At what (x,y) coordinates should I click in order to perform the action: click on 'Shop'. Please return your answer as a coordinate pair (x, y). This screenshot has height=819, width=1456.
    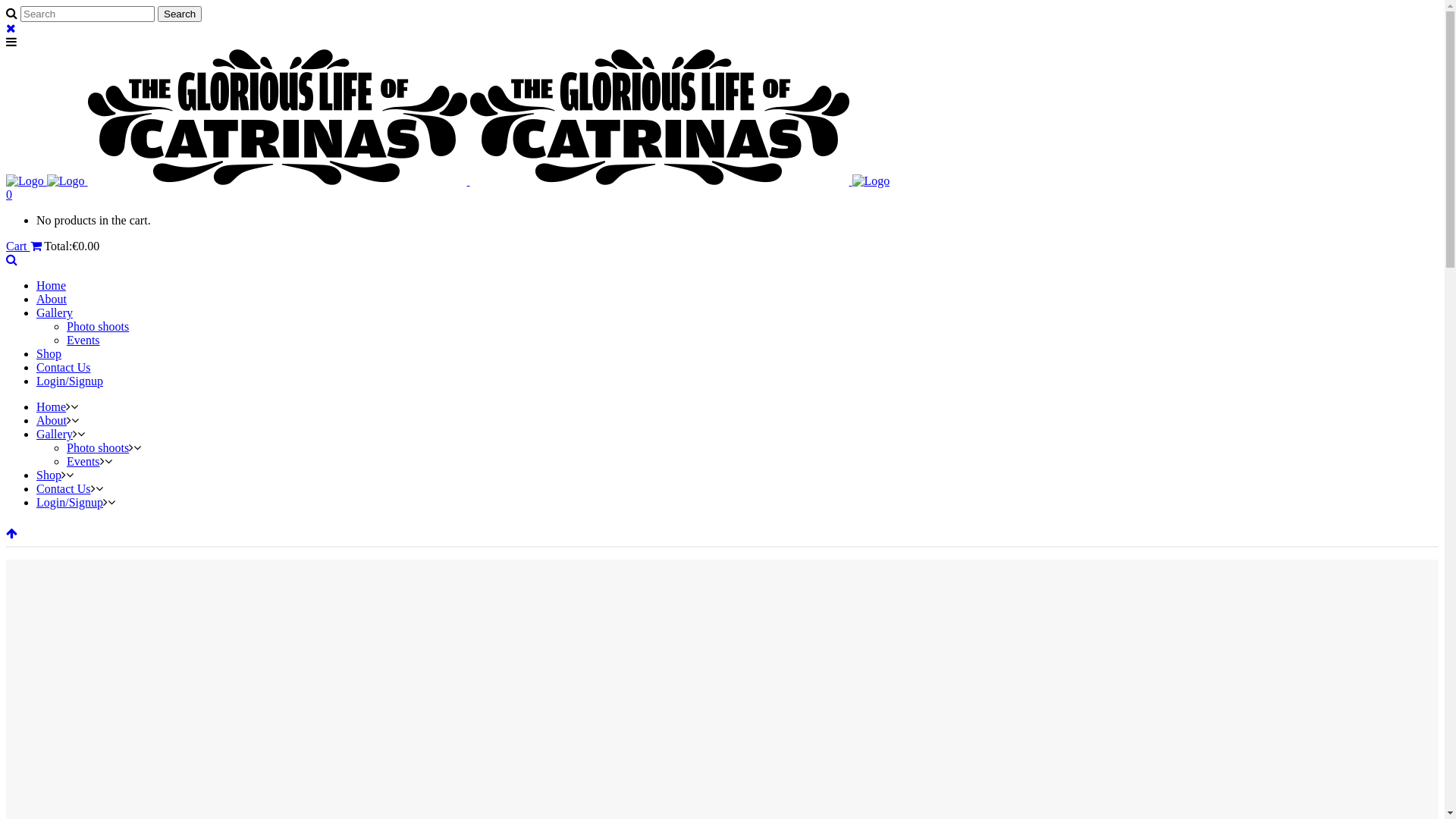
    Looking at the image, I should click on (49, 474).